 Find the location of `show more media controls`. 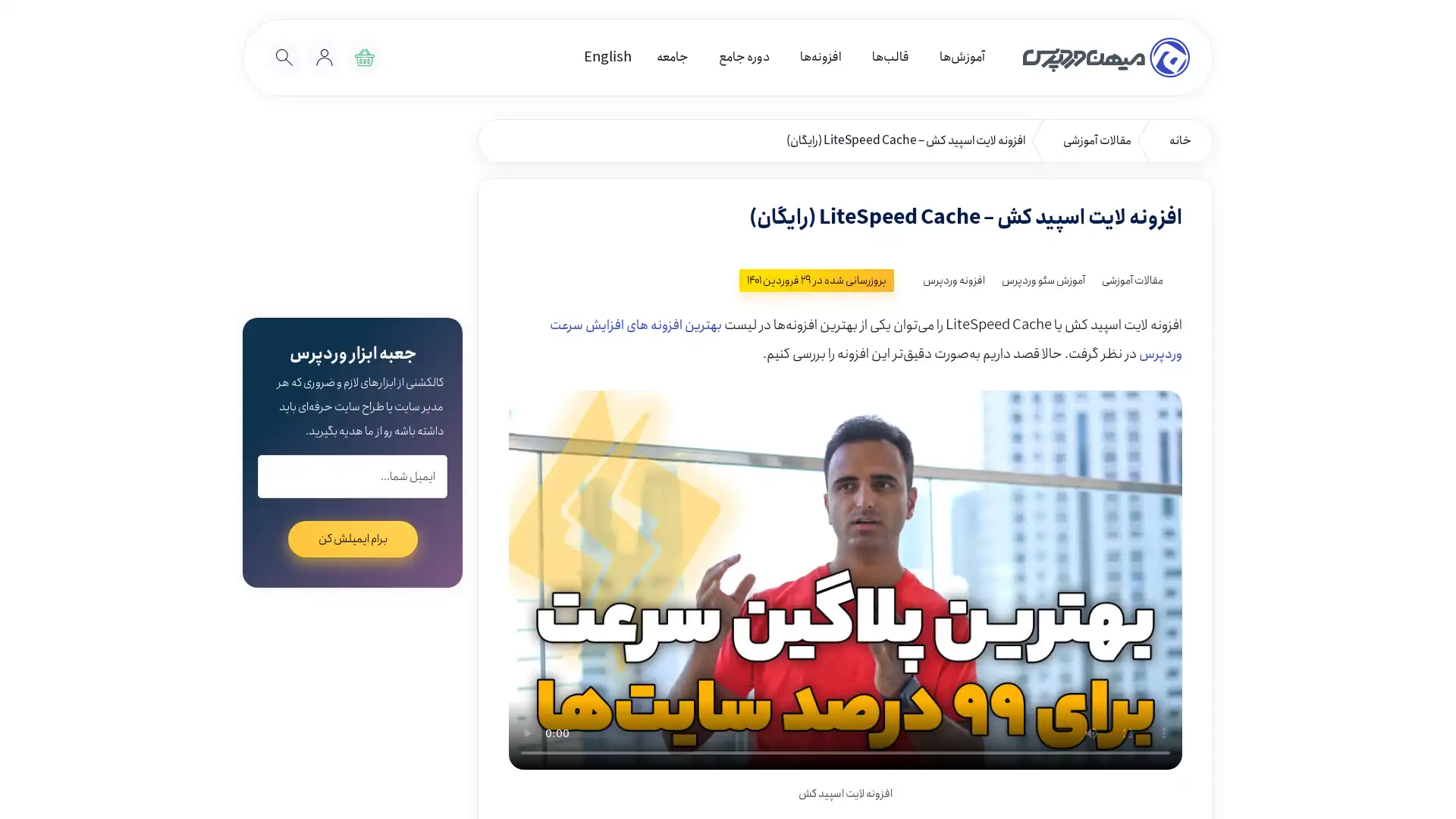

show more media controls is located at coordinates (1163, 731).